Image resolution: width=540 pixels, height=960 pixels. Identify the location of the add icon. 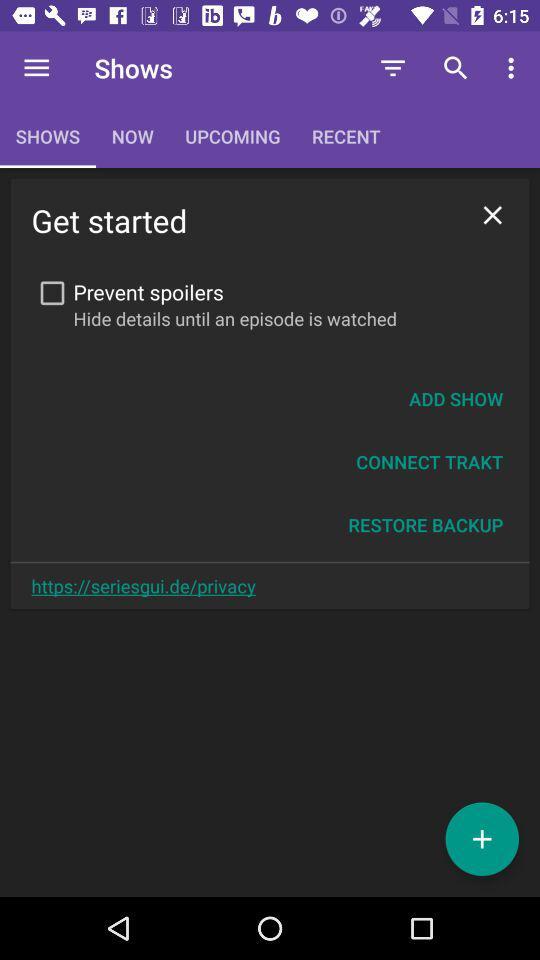
(481, 839).